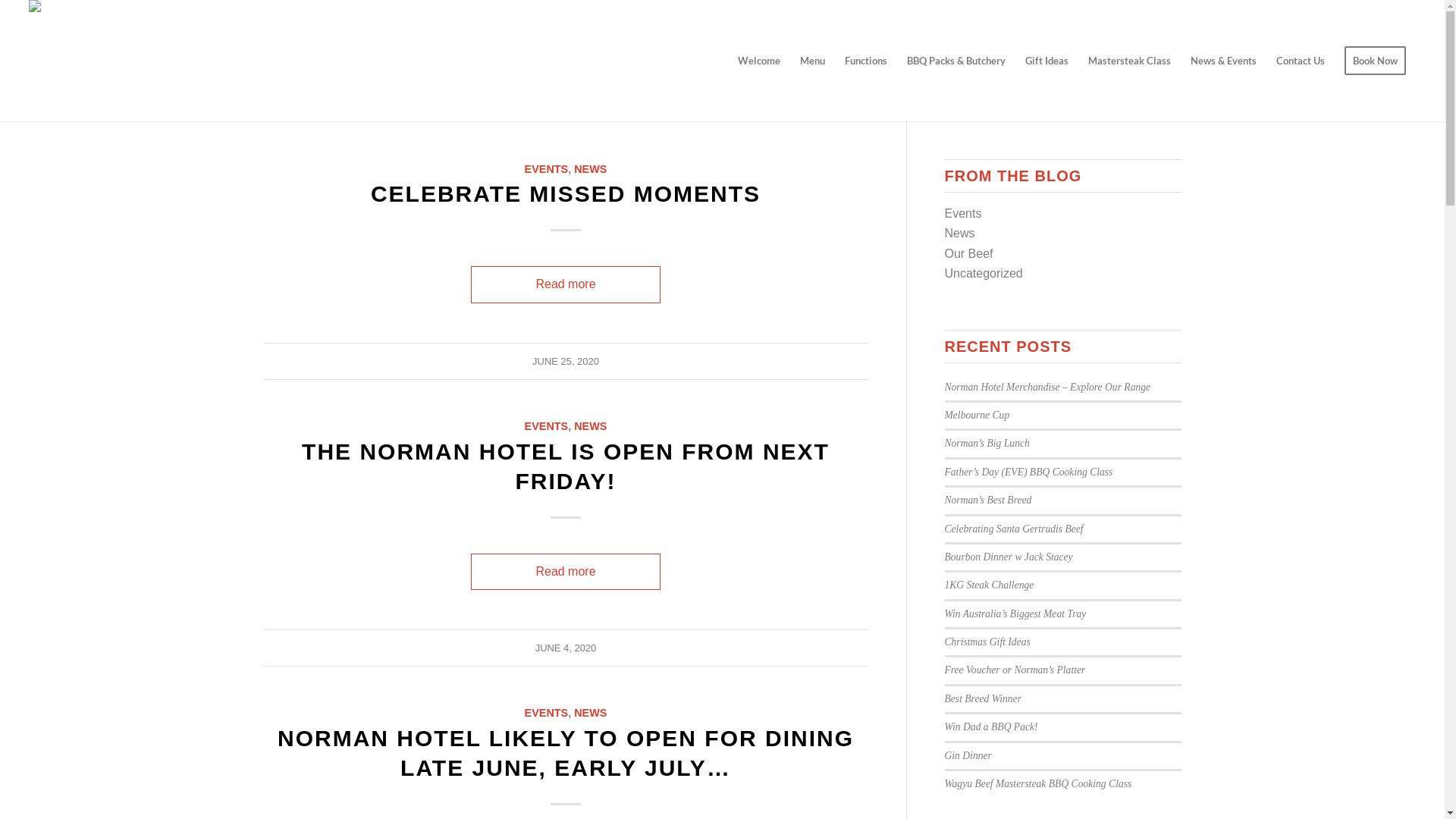 The image size is (1456, 819). What do you see at coordinates (759, 60) in the screenshot?
I see `'Welcome'` at bounding box center [759, 60].